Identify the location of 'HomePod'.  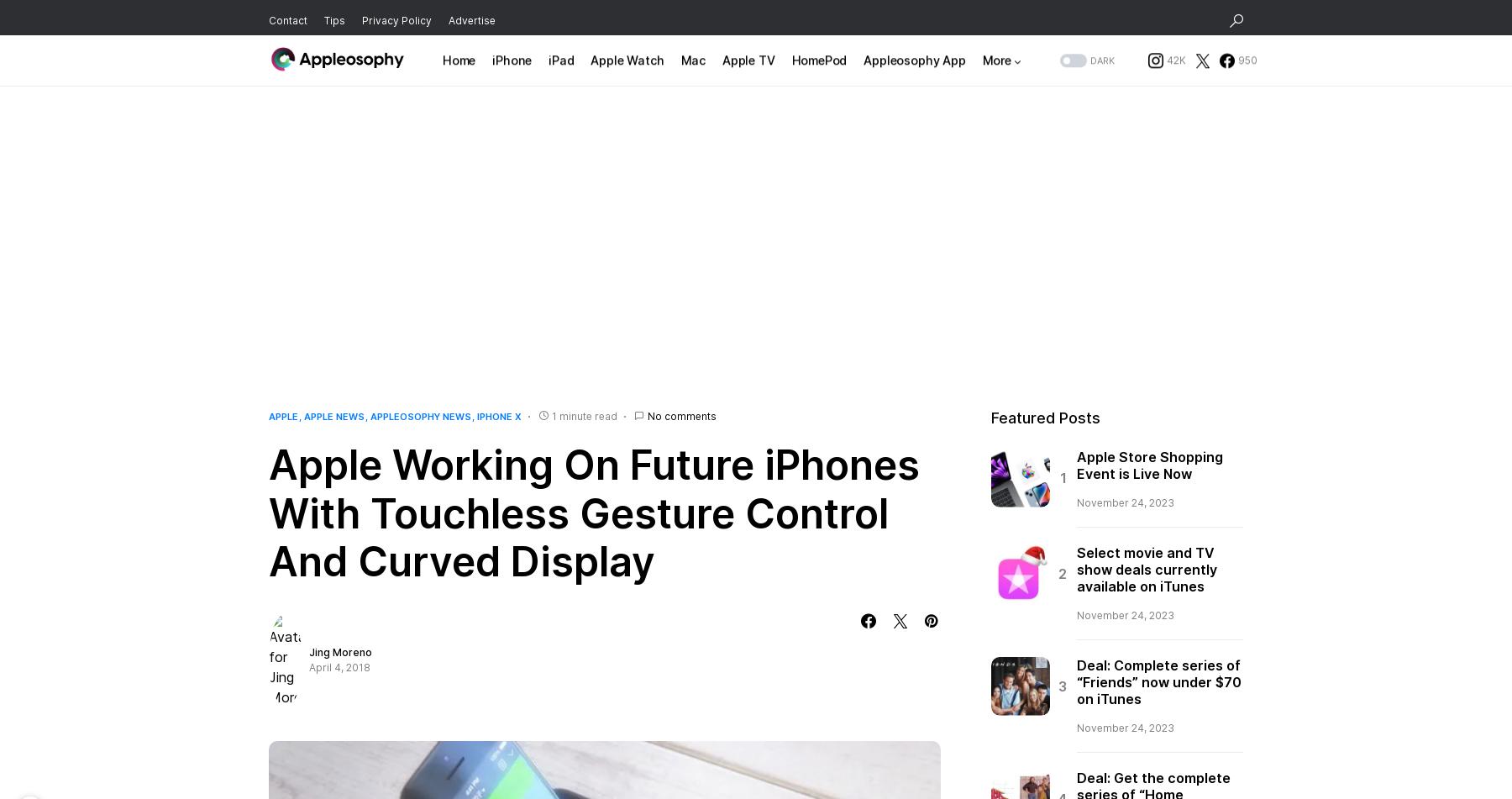
(818, 66).